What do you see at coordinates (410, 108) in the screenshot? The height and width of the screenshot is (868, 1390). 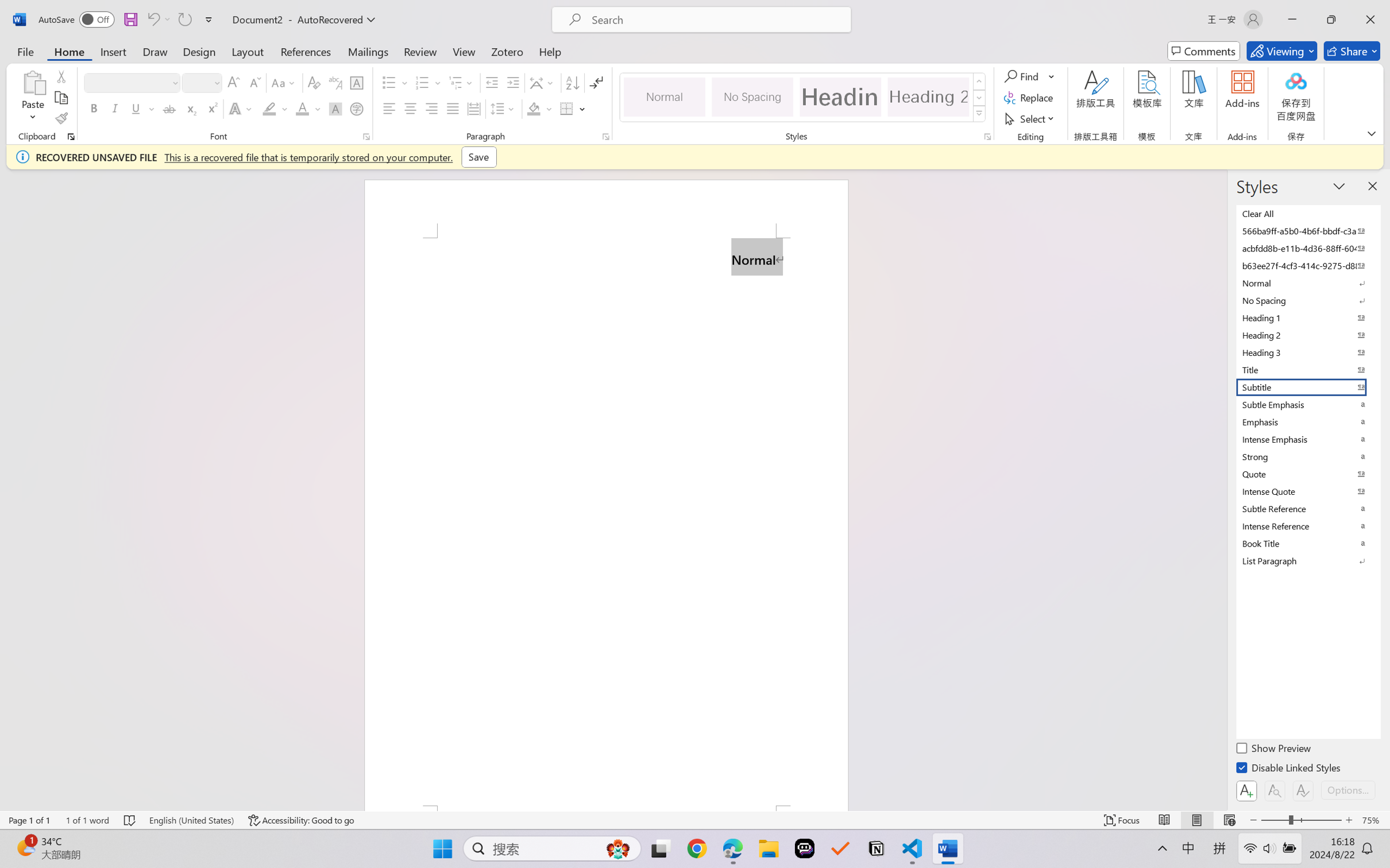 I see `'Center'` at bounding box center [410, 108].